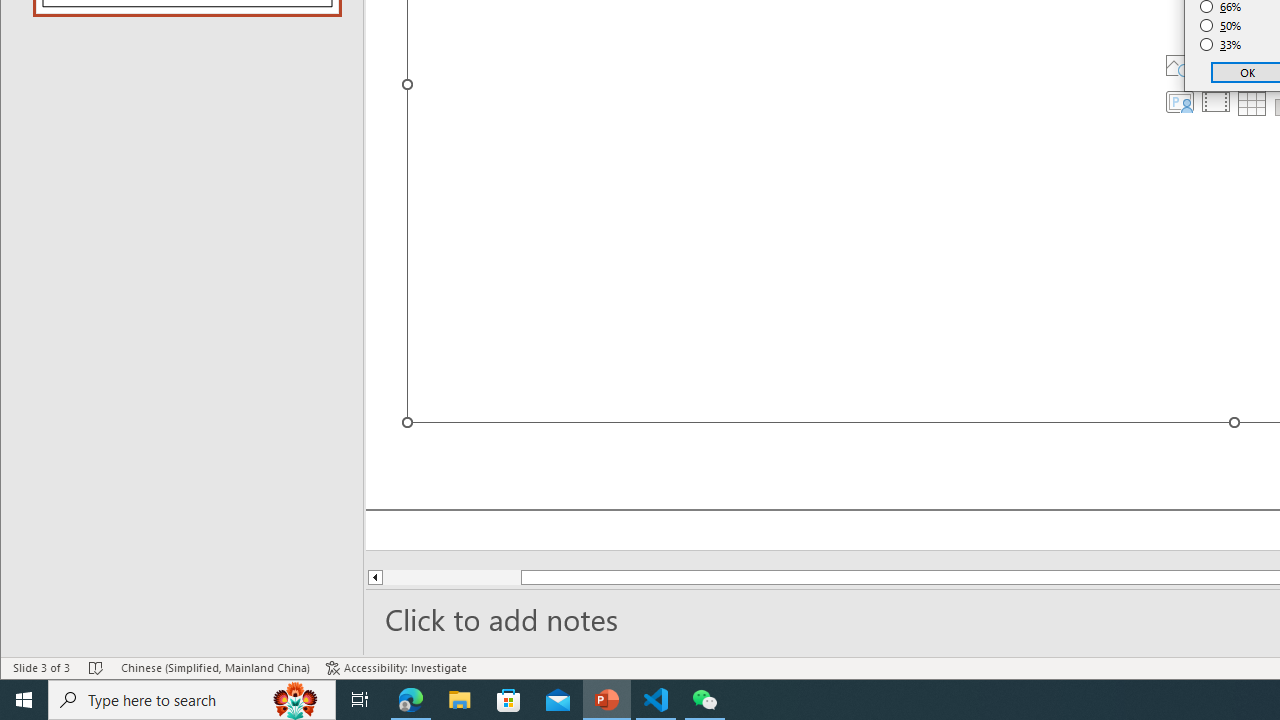 This screenshot has width=1280, height=720. What do you see at coordinates (1220, 45) in the screenshot?
I see `'33%'` at bounding box center [1220, 45].